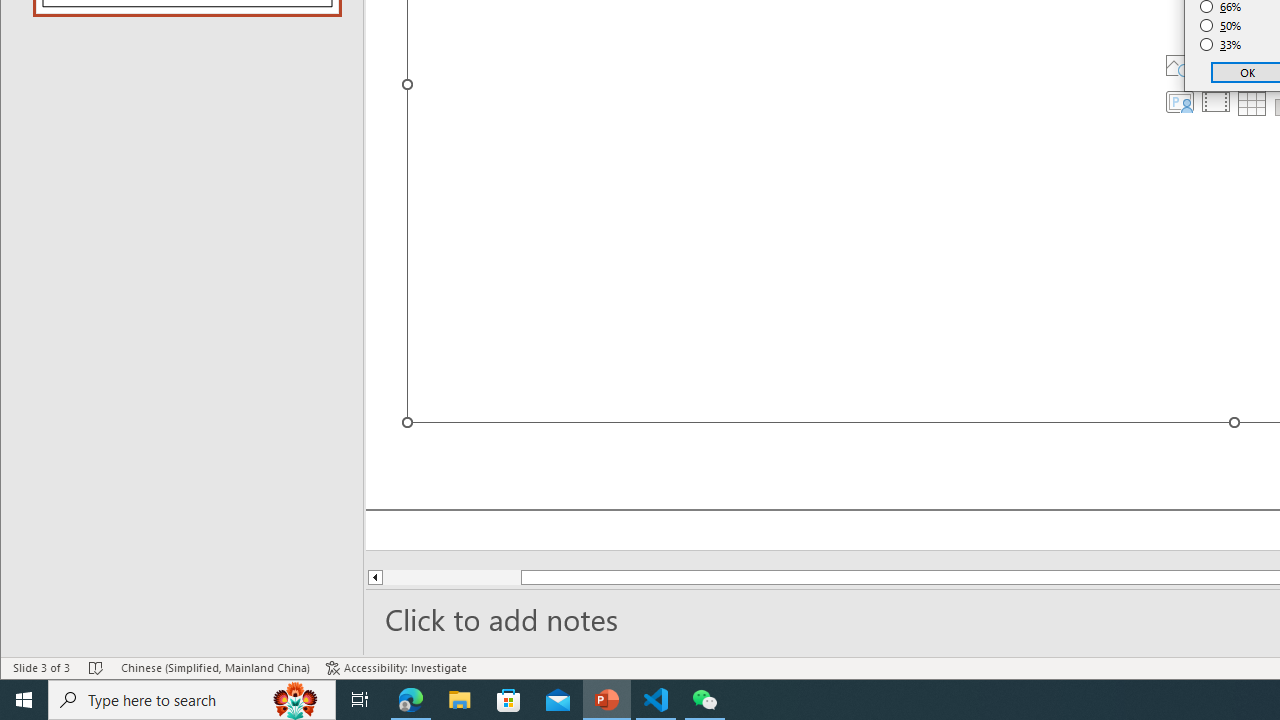 This screenshot has width=1280, height=720. What do you see at coordinates (1220, 45) in the screenshot?
I see `'33%'` at bounding box center [1220, 45].